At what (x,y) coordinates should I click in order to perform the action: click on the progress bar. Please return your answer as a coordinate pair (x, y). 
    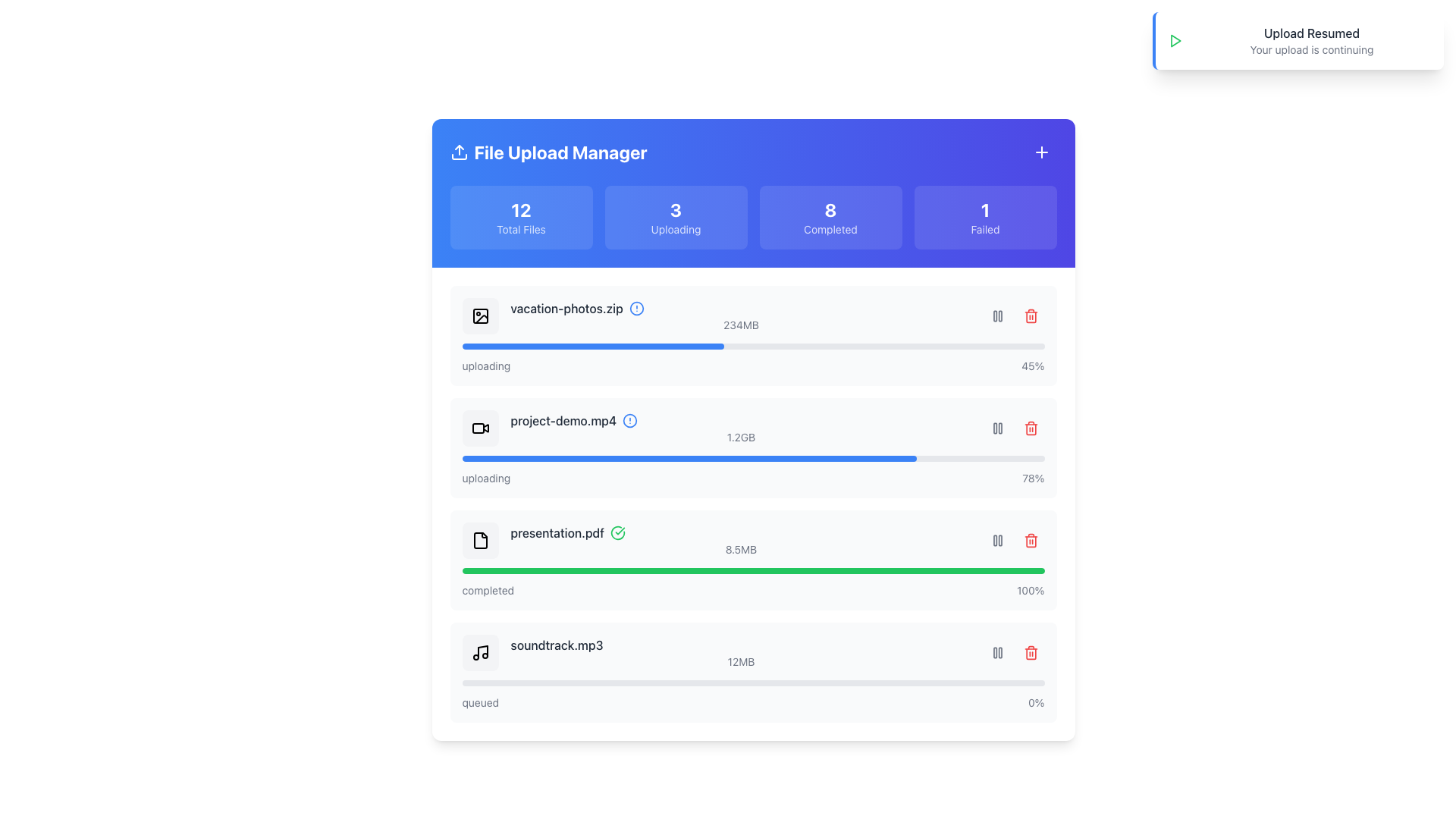
    Looking at the image, I should click on (584, 346).